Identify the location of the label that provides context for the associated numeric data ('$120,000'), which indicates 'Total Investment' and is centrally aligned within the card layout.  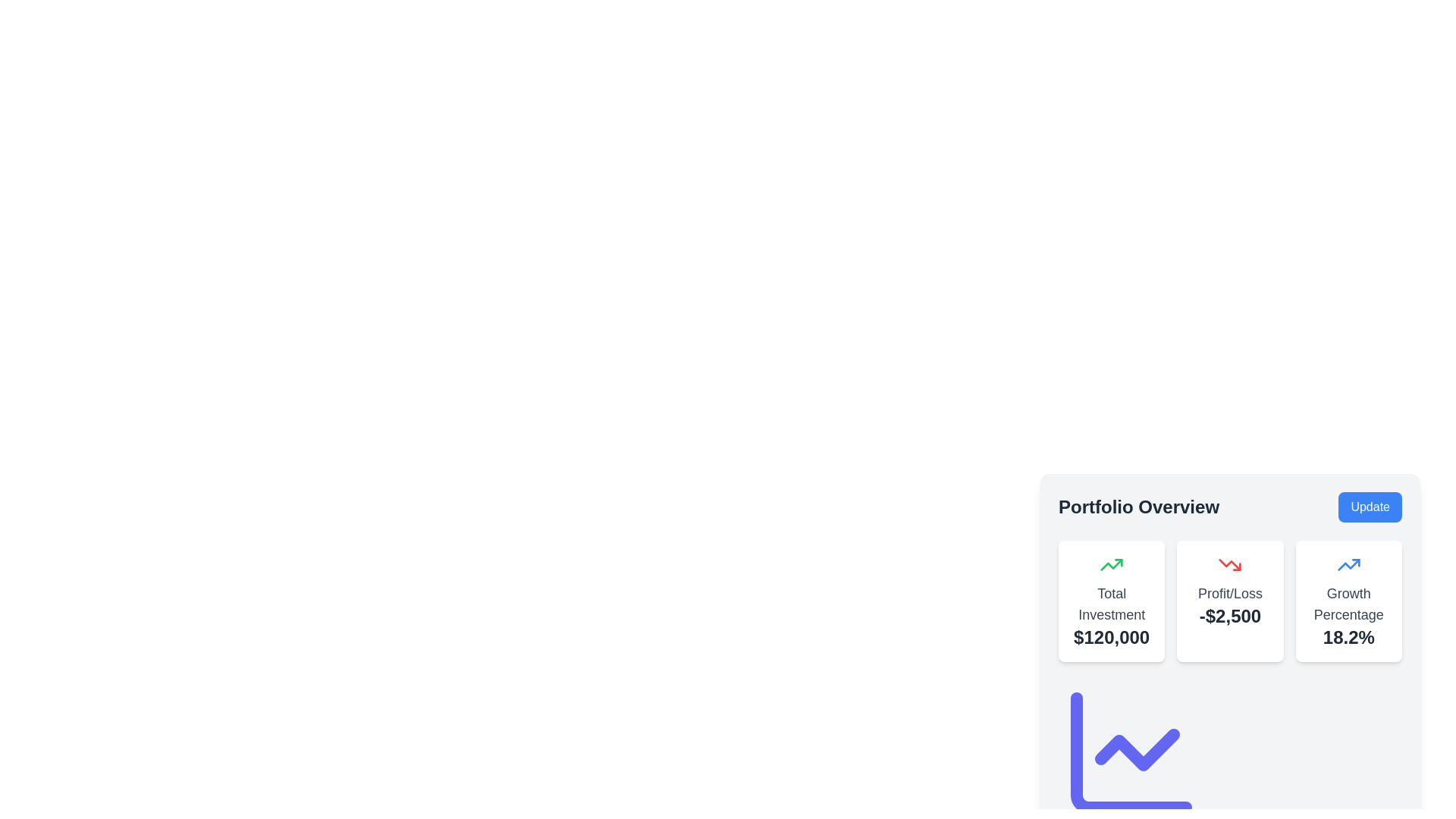
(1112, 604).